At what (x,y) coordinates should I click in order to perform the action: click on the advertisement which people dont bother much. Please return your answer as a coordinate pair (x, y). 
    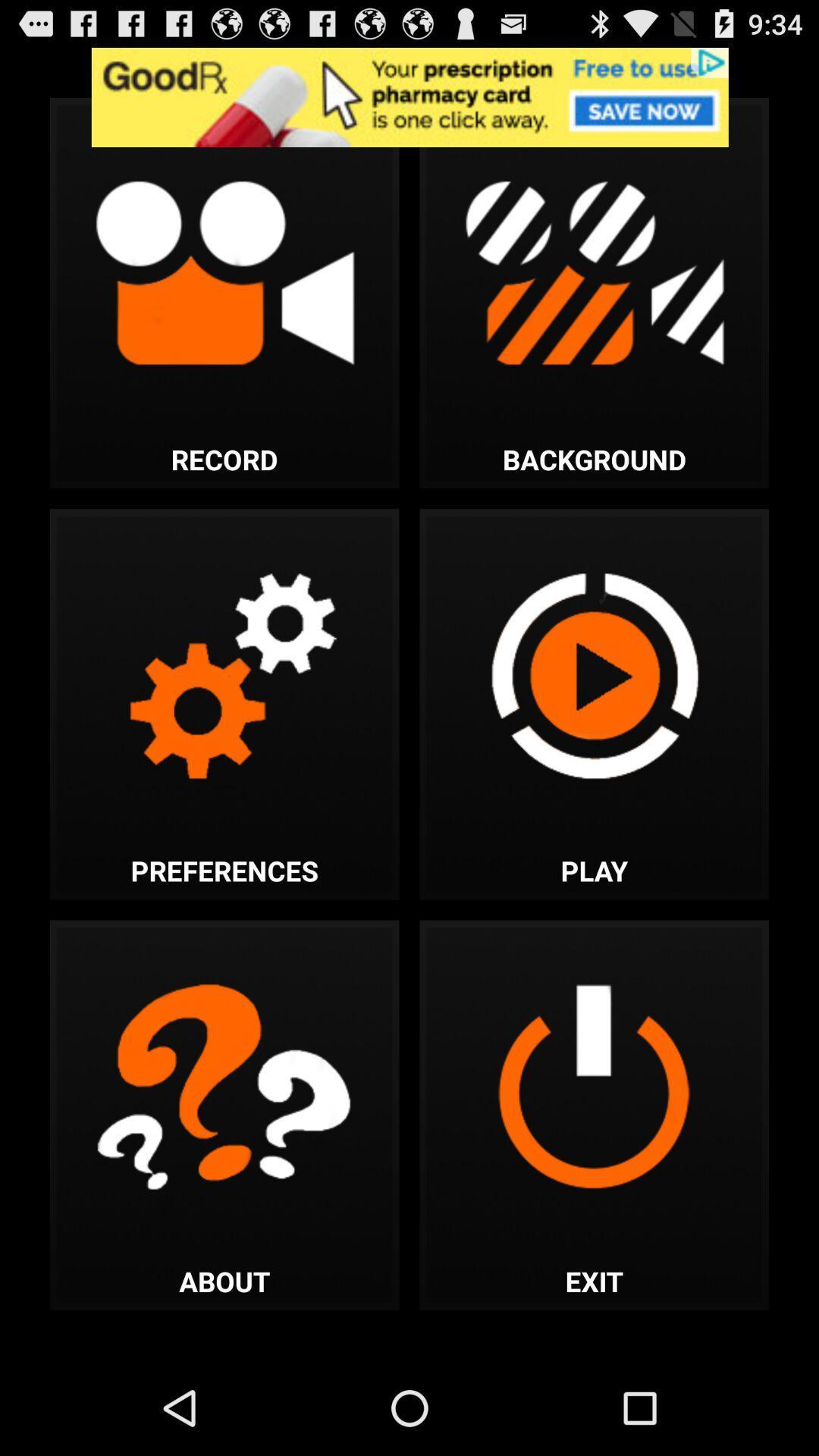
    Looking at the image, I should click on (409, 96).